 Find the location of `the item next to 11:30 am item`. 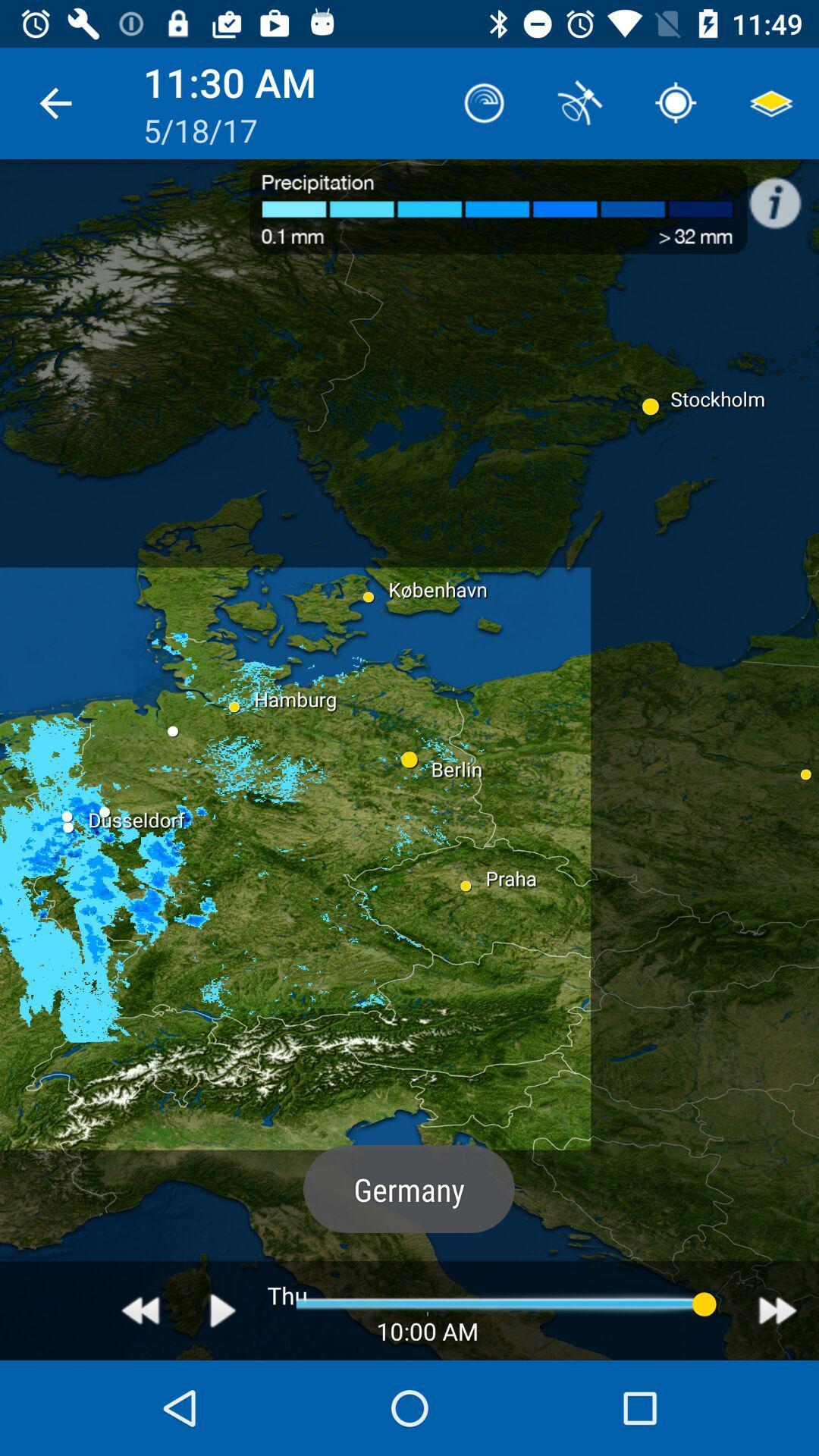

the item next to 11:30 am item is located at coordinates (485, 102).